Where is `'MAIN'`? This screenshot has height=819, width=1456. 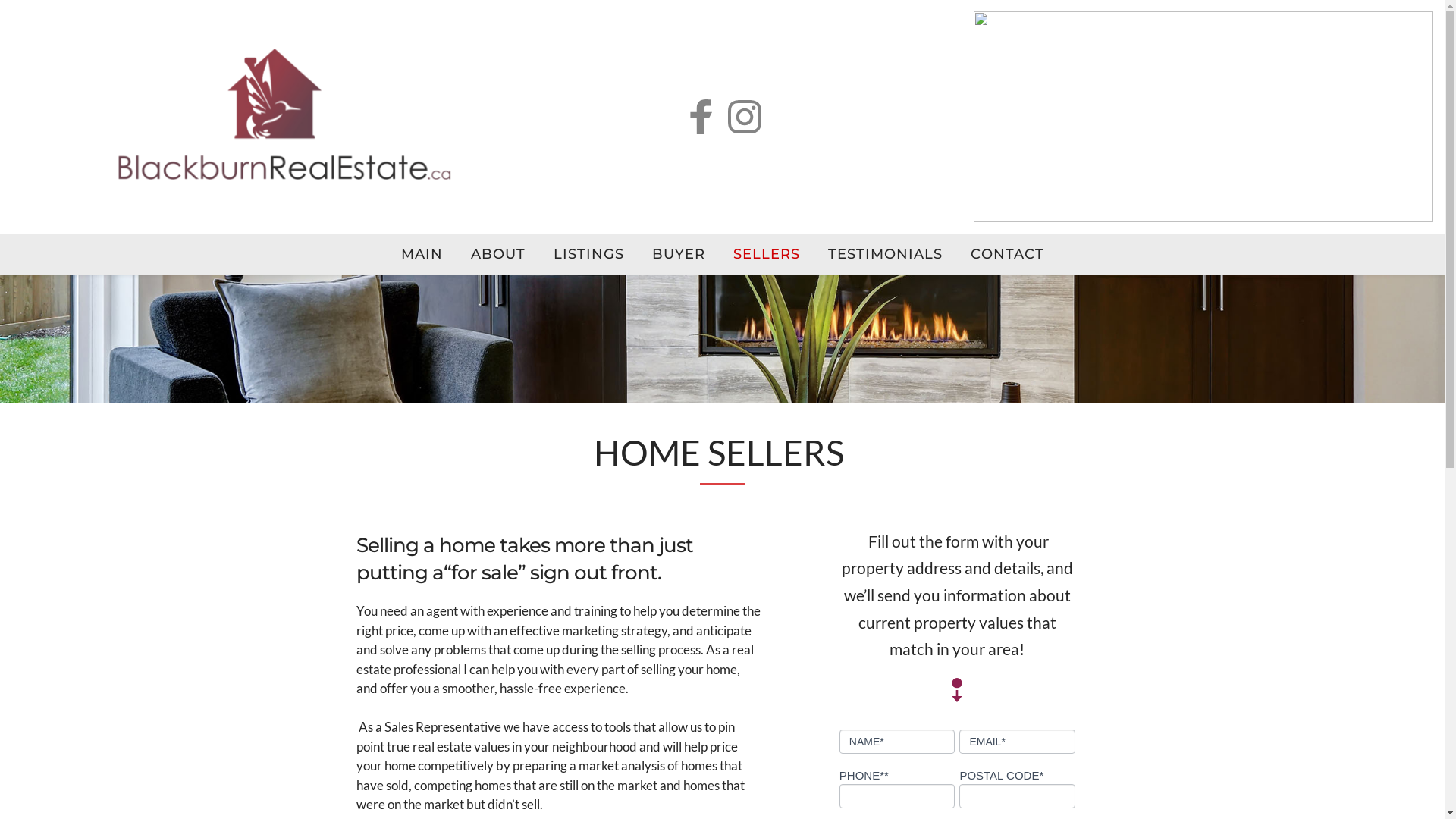
'MAIN' is located at coordinates (422, 253).